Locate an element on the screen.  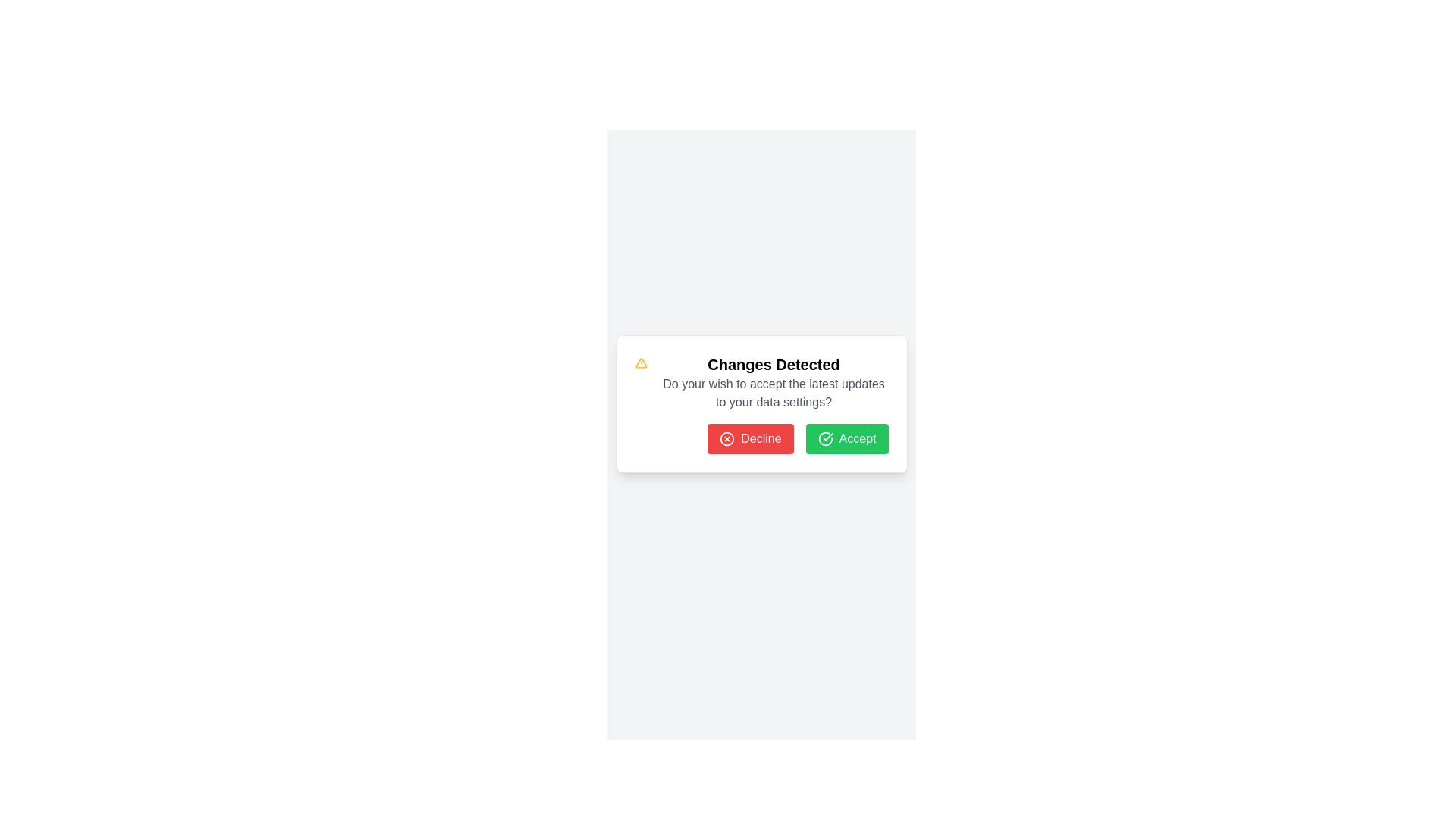
the triangular alert symbol icon with a yellow outline, located at the top left of the modal box titled 'Changes Detected' is located at coordinates (641, 362).